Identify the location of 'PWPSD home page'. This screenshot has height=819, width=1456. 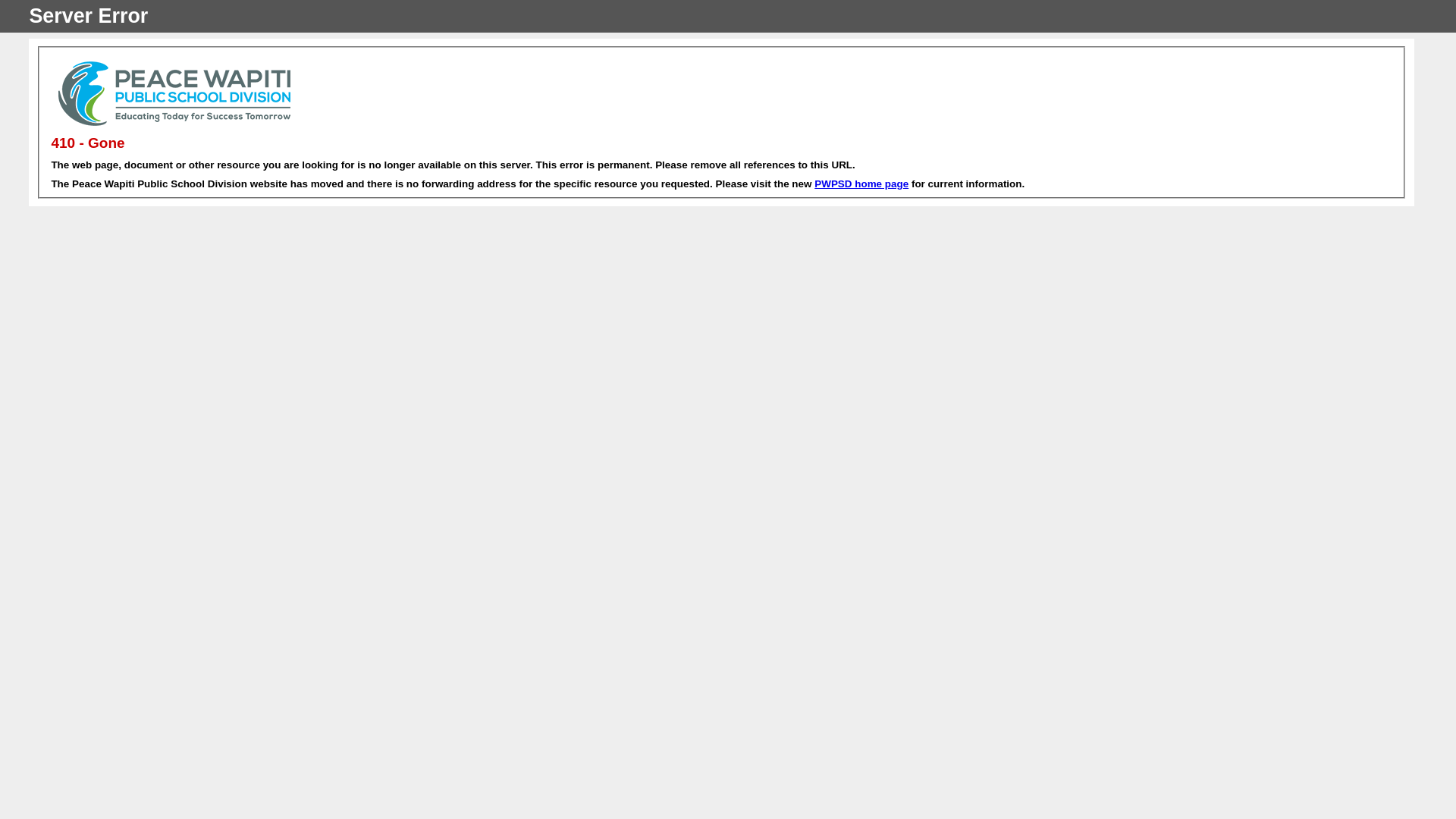
(814, 183).